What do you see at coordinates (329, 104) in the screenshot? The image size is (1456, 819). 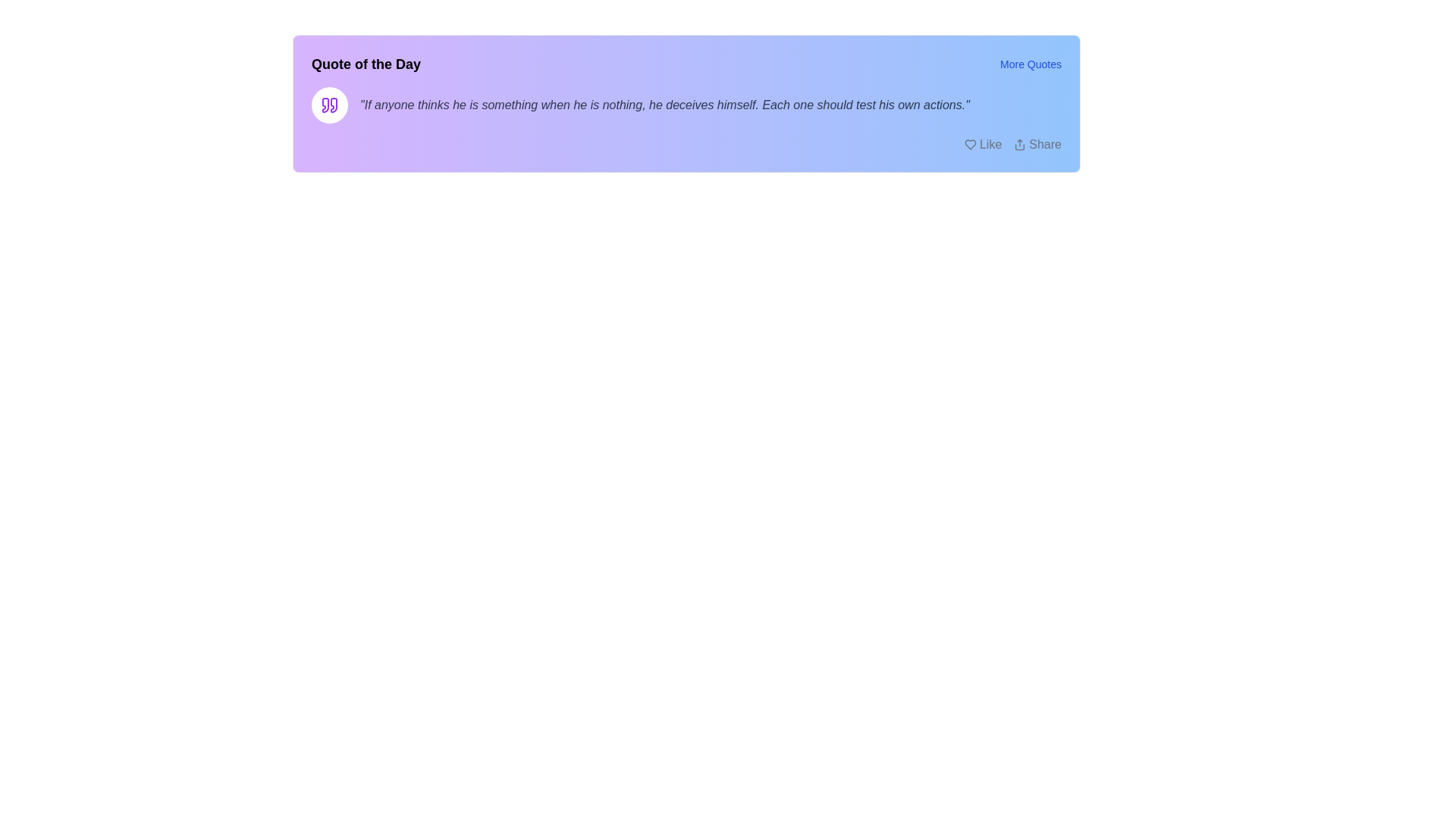 I see `the decorative icon representing the 'Quote of the Day' feature, located inside a circular white background under the title` at bounding box center [329, 104].